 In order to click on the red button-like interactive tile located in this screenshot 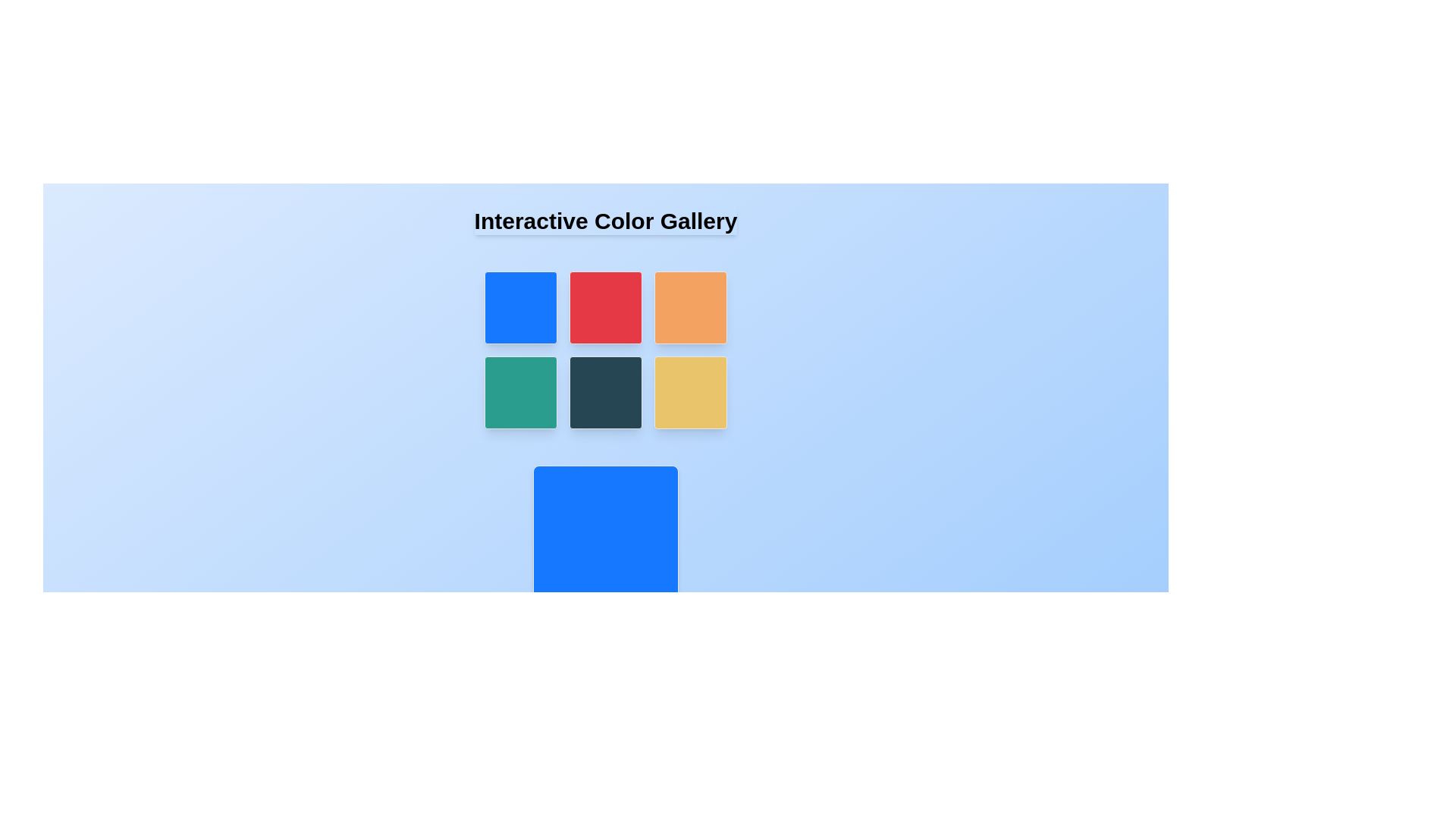, I will do `click(604, 307)`.